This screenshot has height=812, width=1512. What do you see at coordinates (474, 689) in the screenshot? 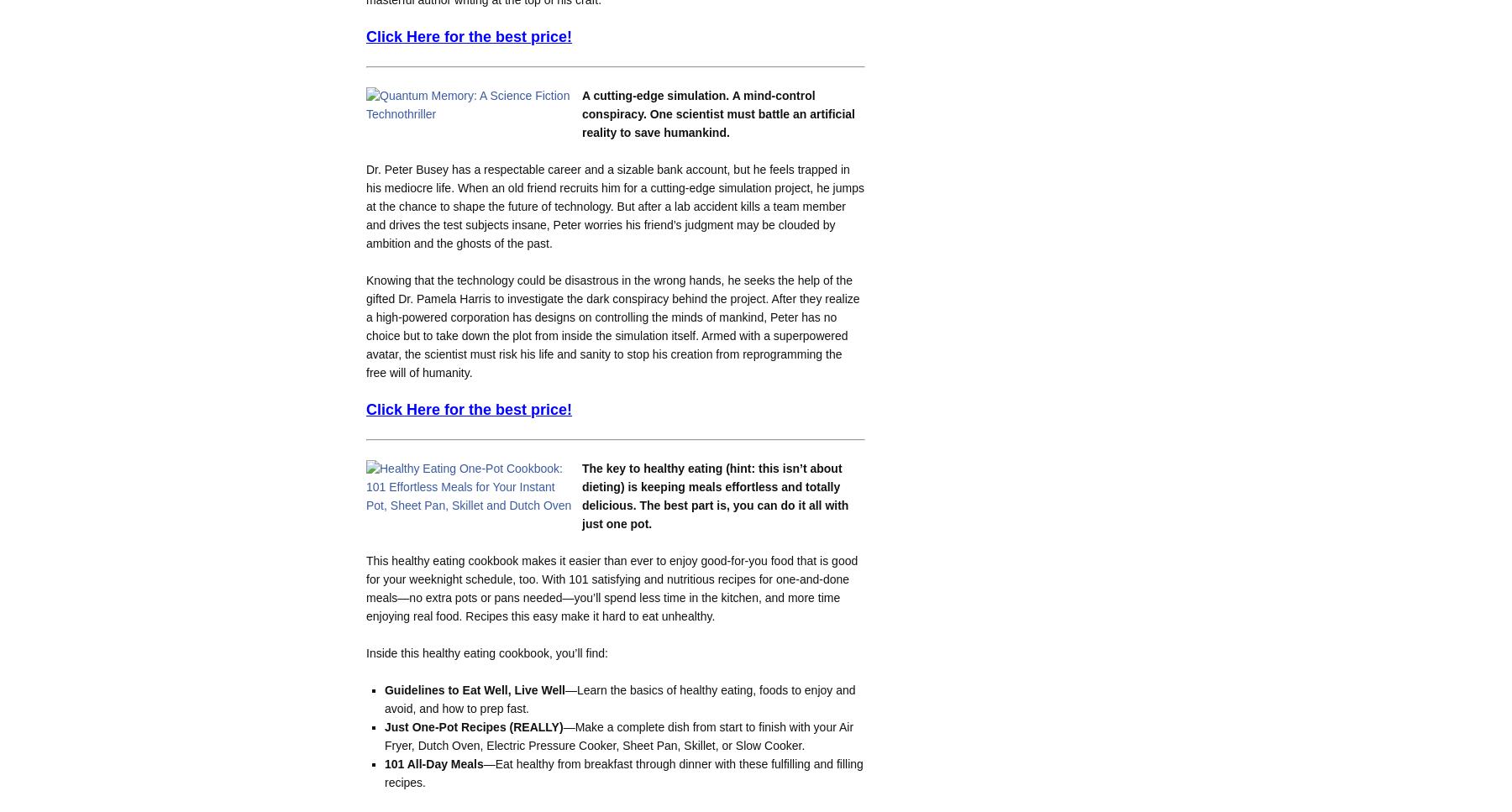
I see `'Guidelines to Eat Well, Live Well'` at bounding box center [474, 689].